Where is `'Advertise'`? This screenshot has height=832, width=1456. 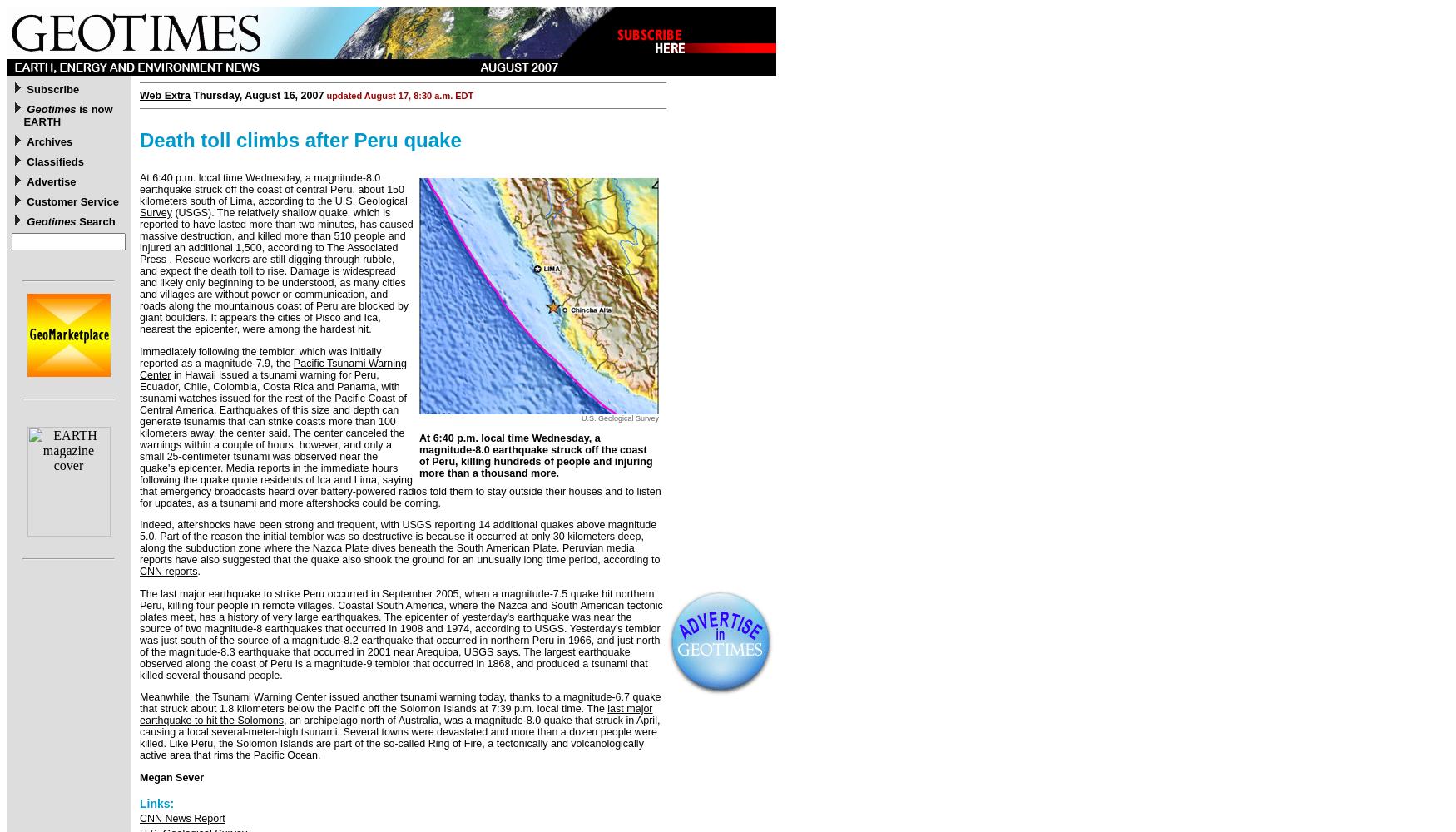
'Advertise' is located at coordinates (26, 181).